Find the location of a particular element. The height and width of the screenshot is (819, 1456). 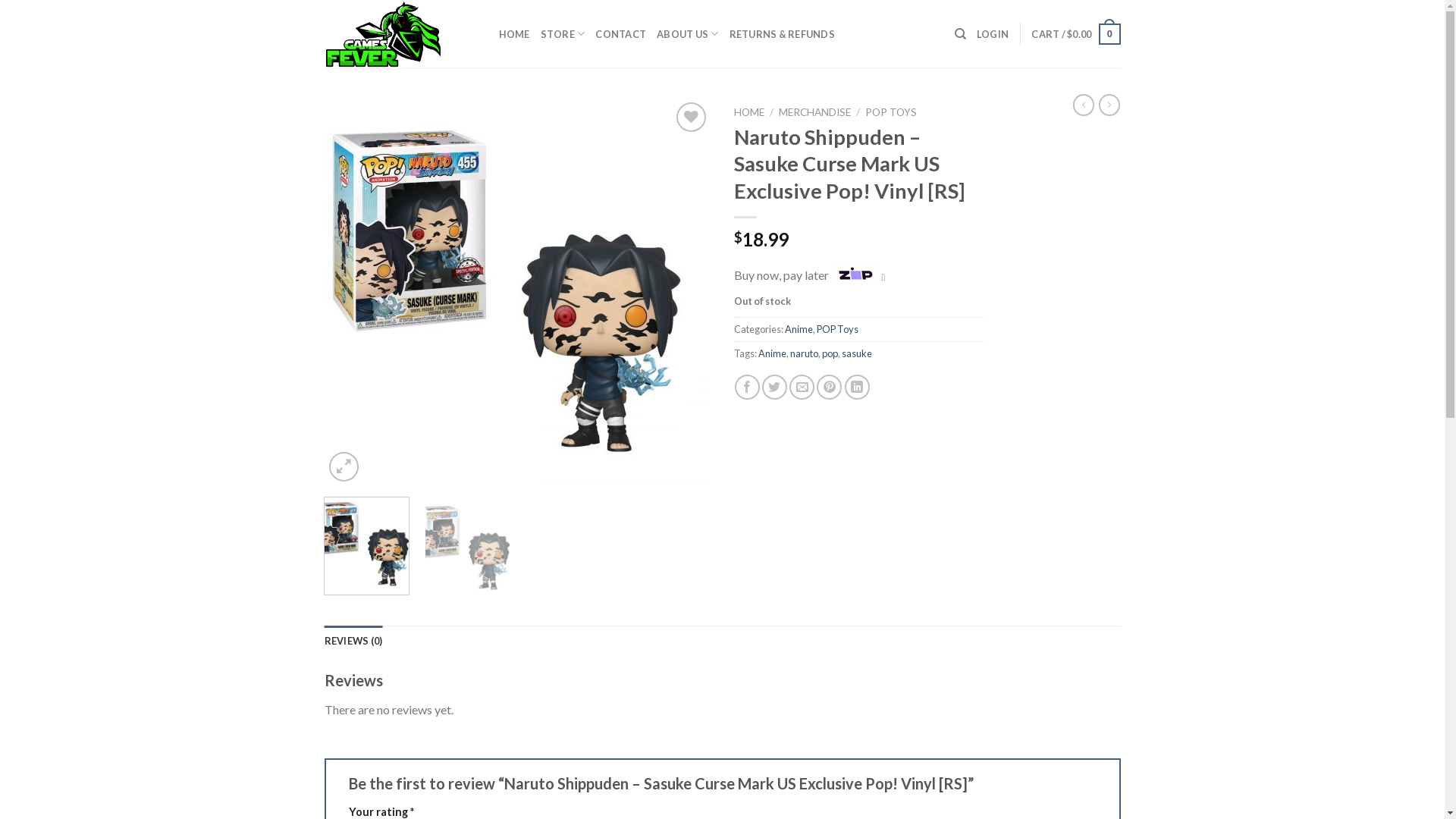

'Share on Twitter' is located at coordinates (774, 386).